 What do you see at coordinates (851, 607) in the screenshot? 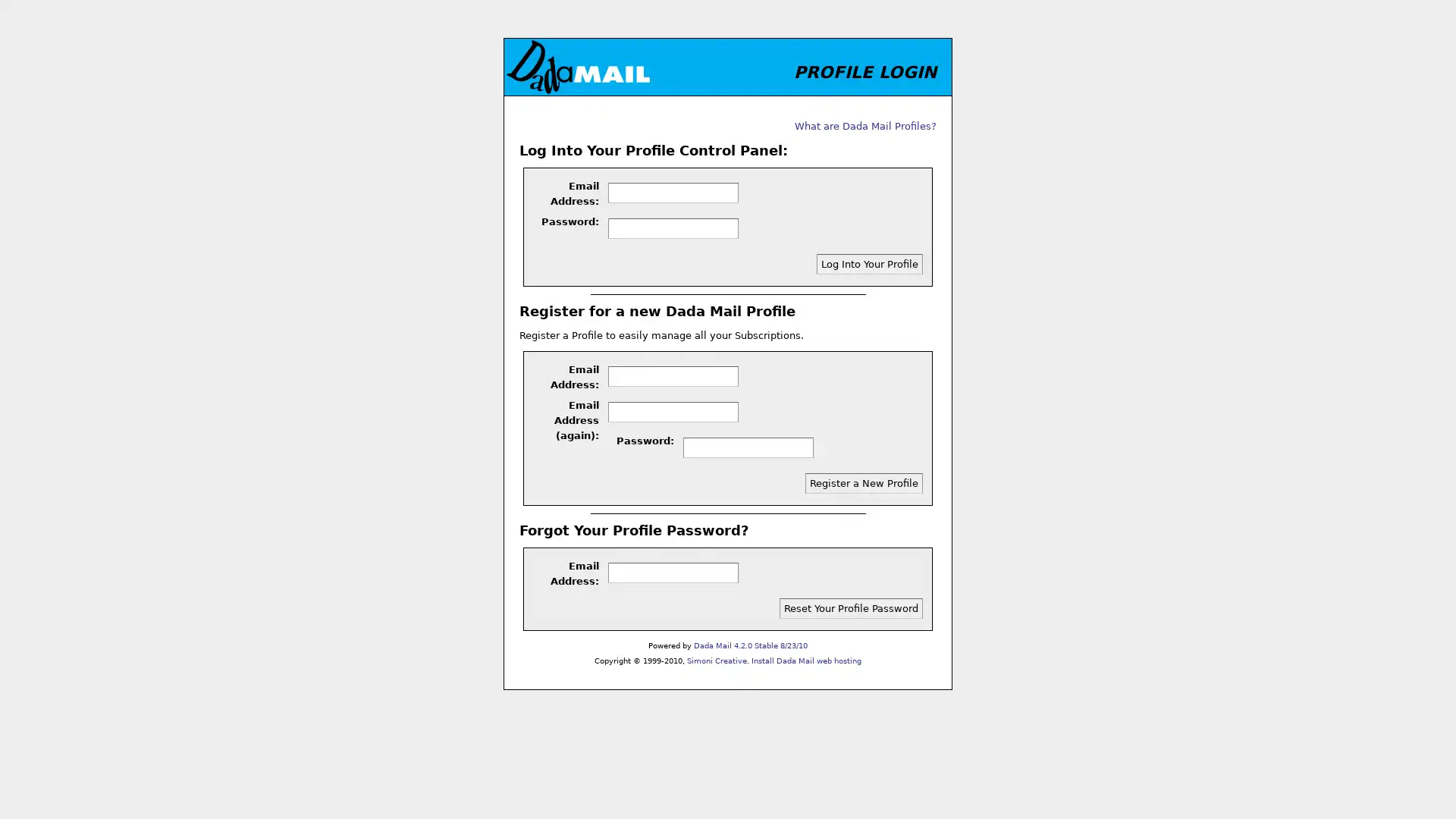
I see `Reset Your Profile Password` at bounding box center [851, 607].